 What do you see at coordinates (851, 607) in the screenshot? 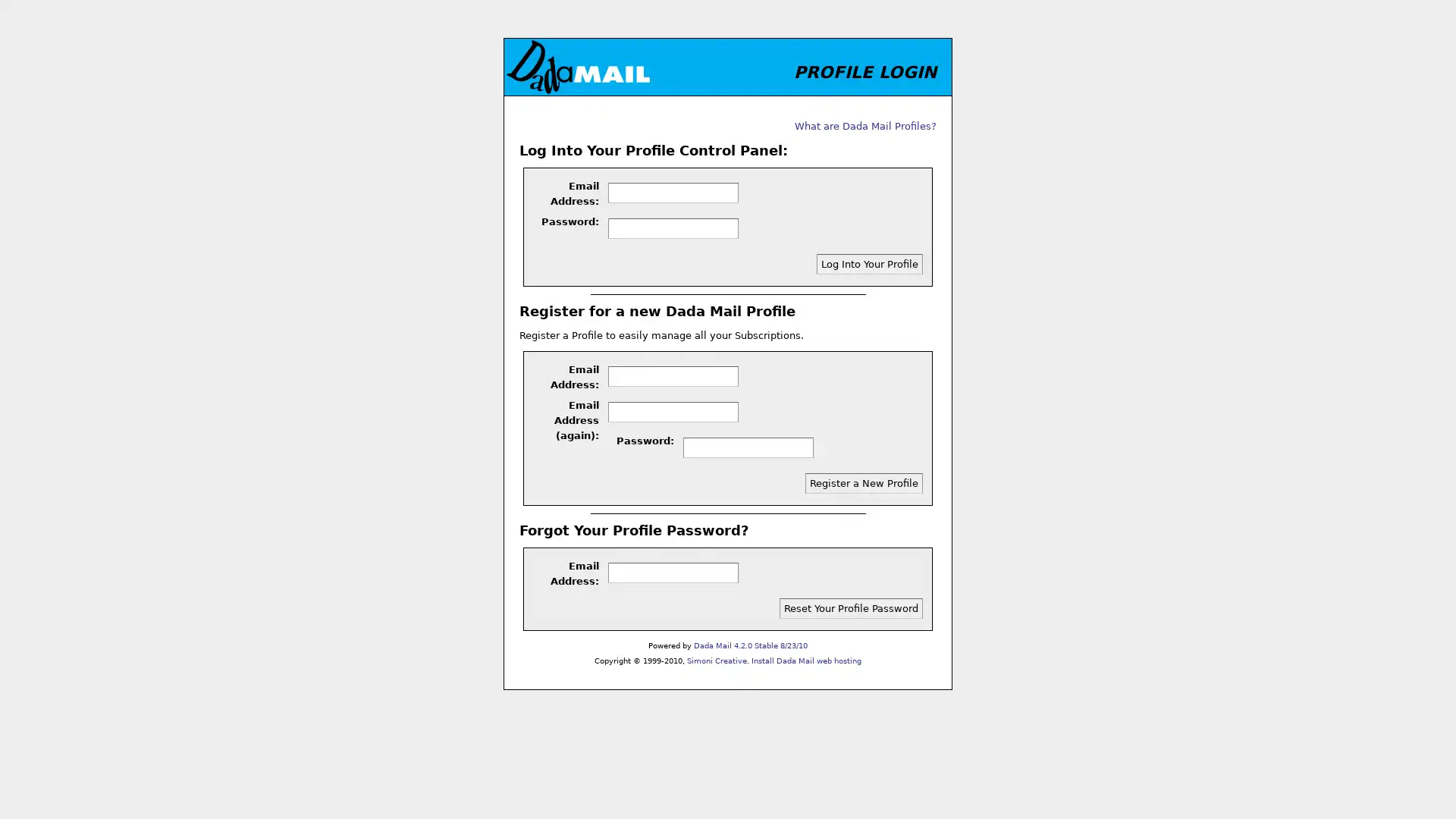
I see `Reset Your Profile Password` at bounding box center [851, 607].